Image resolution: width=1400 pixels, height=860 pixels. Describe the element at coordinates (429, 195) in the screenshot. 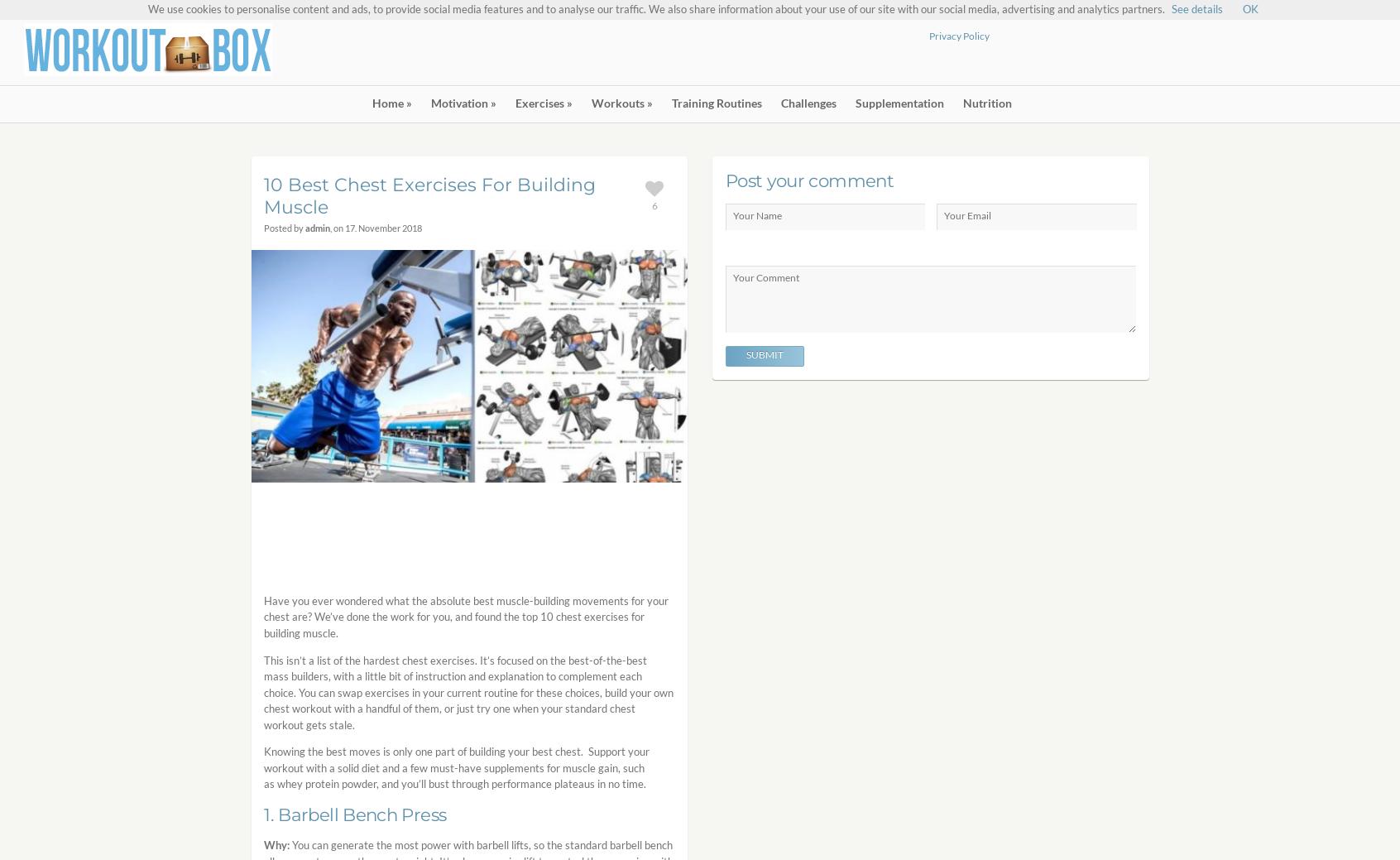

I see `'10 Best Chest Exercises For Building Muscle'` at that location.